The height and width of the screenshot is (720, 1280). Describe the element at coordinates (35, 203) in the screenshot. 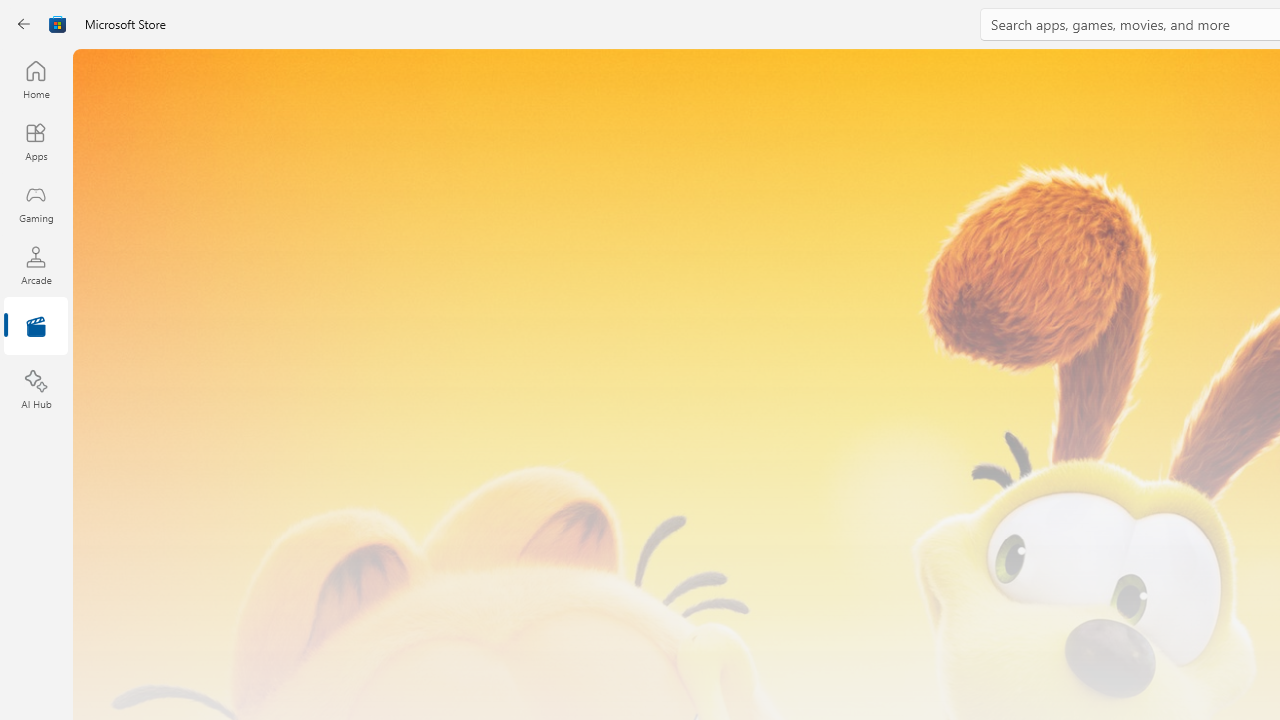

I see `'Gaming'` at that location.